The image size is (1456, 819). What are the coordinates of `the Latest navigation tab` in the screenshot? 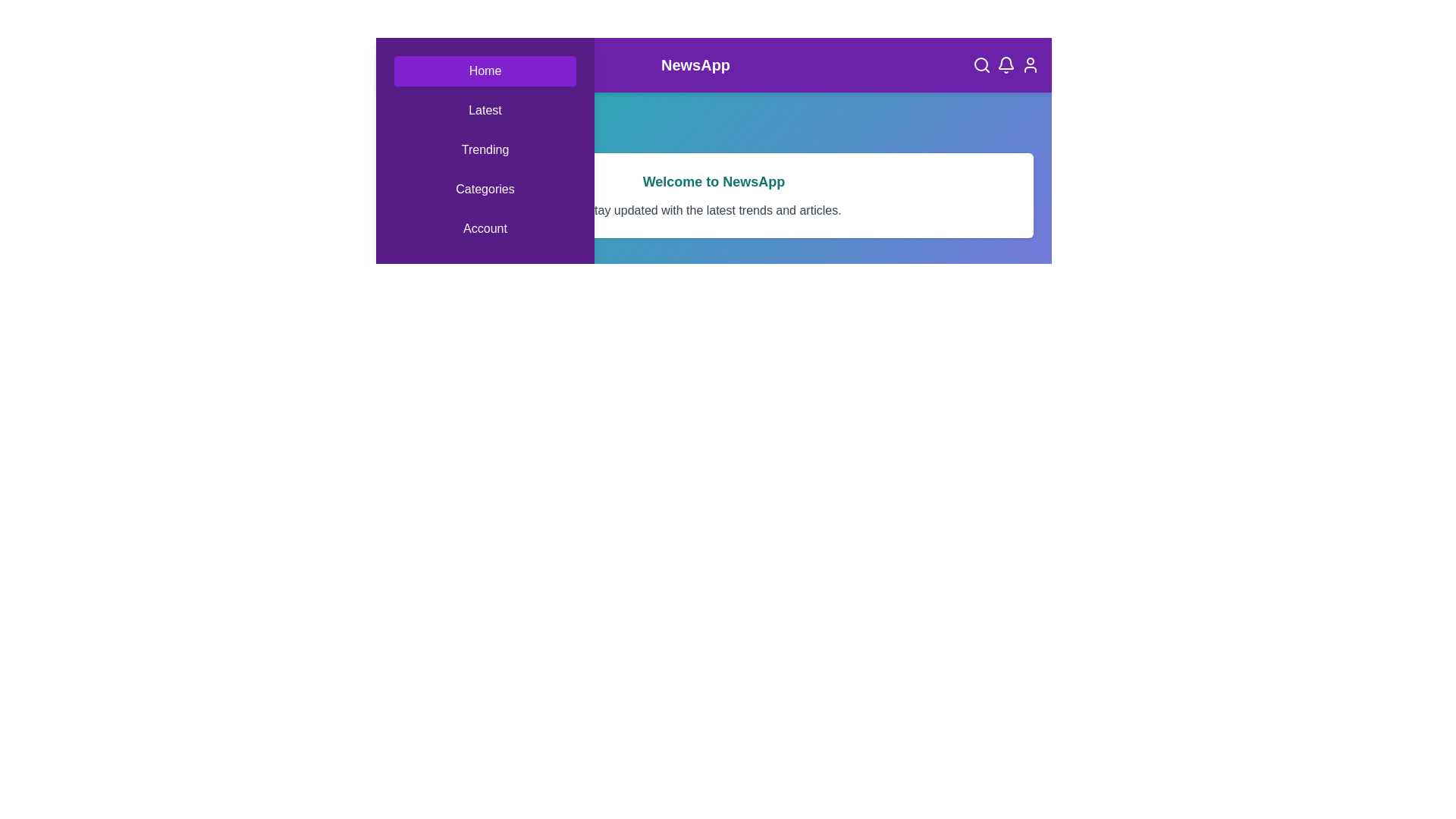 It's located at (484, 110).